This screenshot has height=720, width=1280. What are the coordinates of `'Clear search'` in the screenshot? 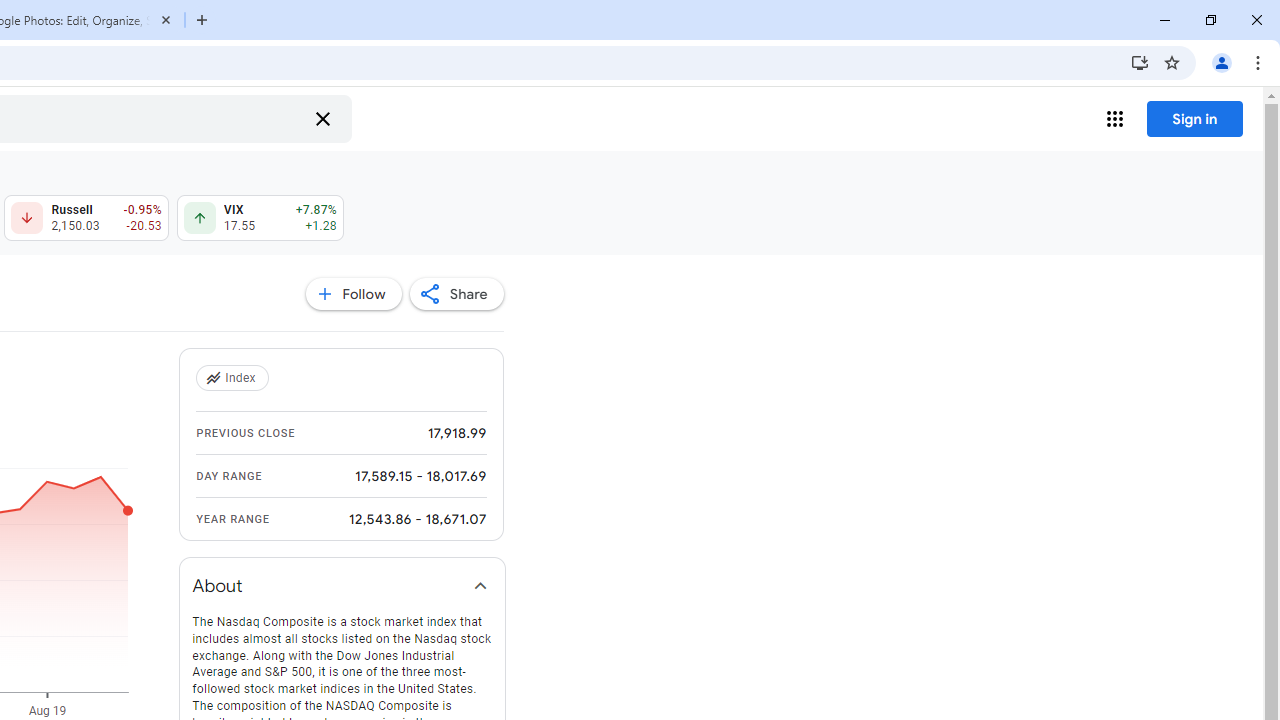 It's located at (322, 118).